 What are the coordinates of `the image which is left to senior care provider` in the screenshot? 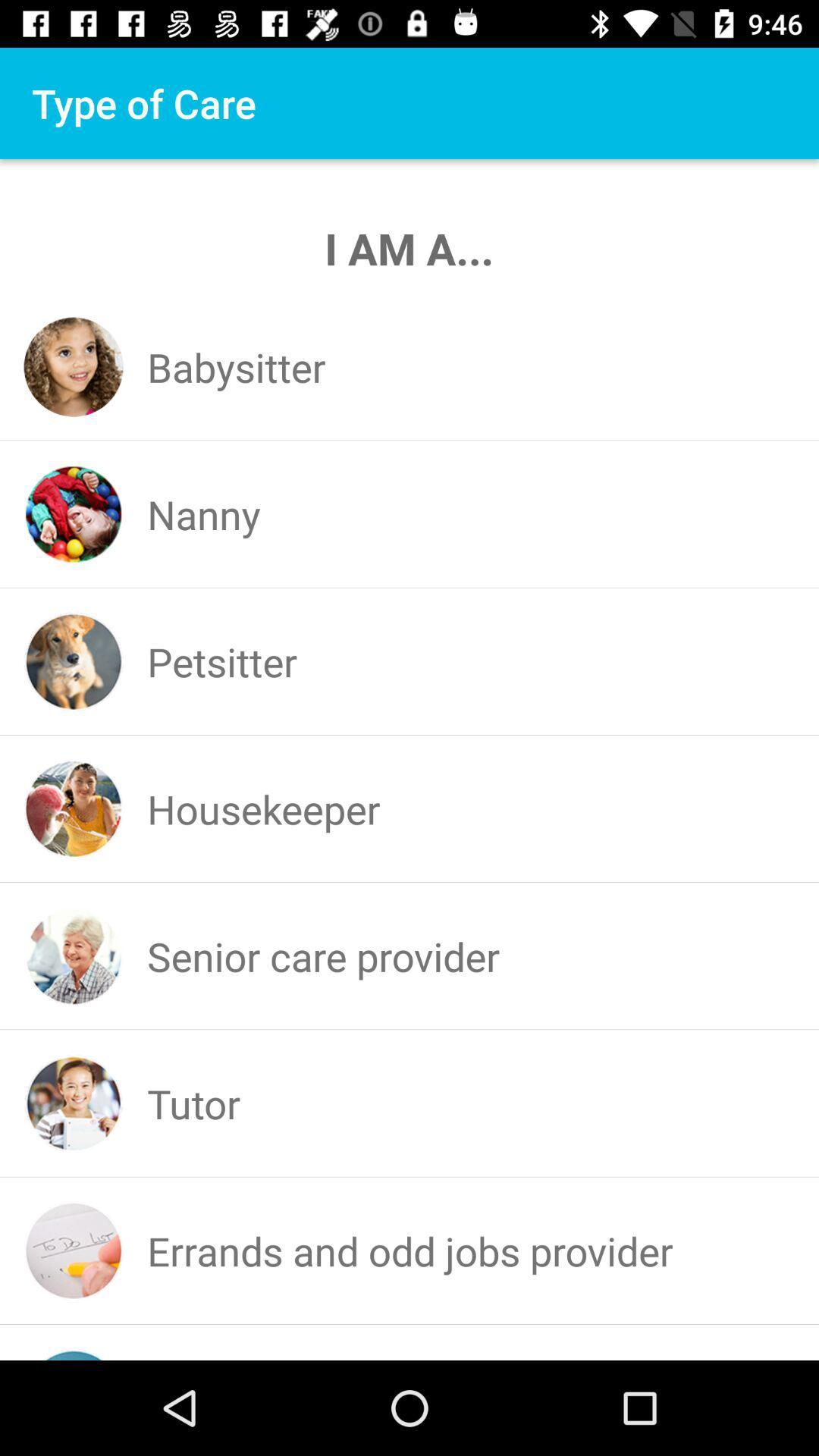 It's located at (74, 955).